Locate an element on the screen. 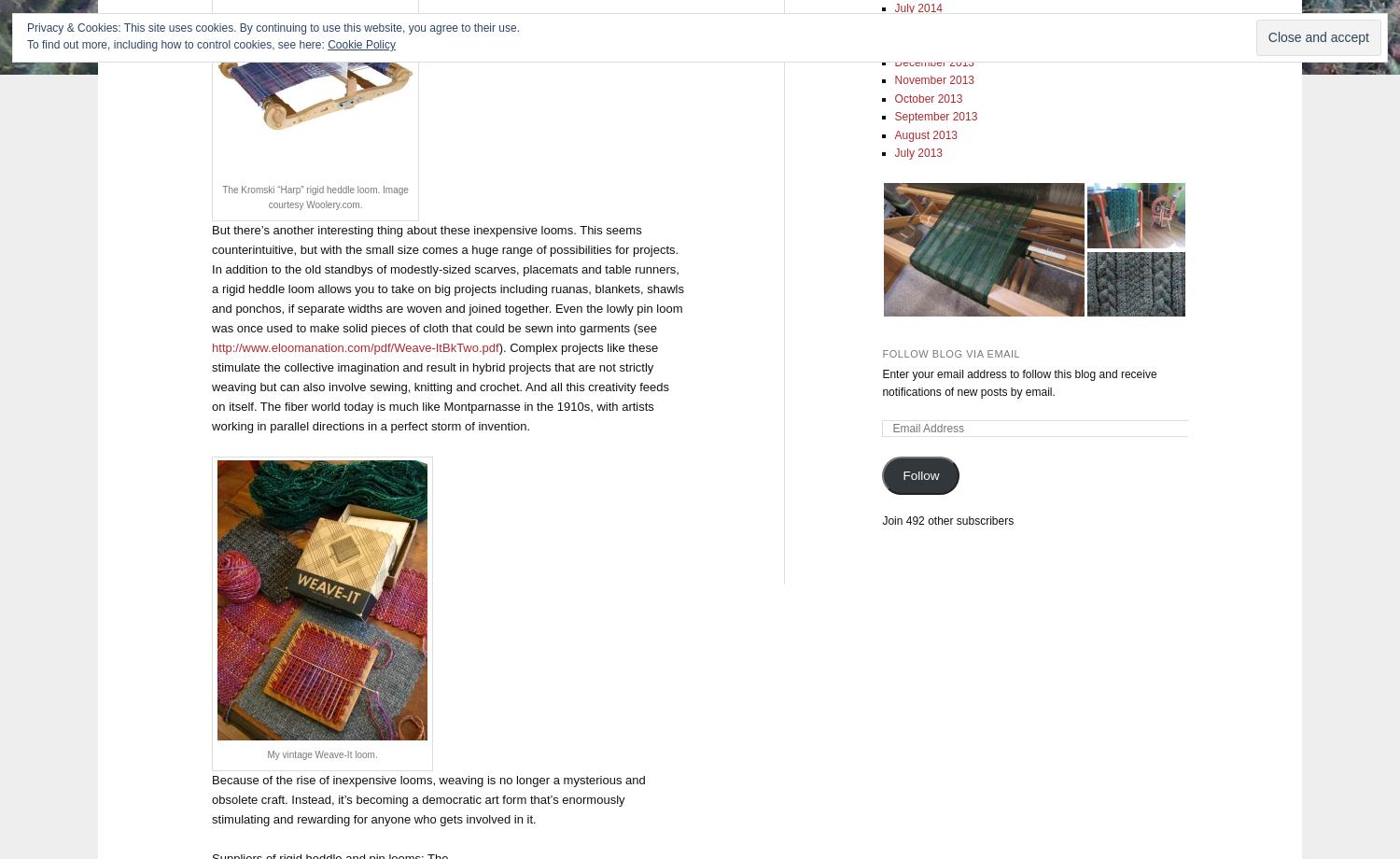  'Join 492 other subscribers' is located at coordinates (947, 519).